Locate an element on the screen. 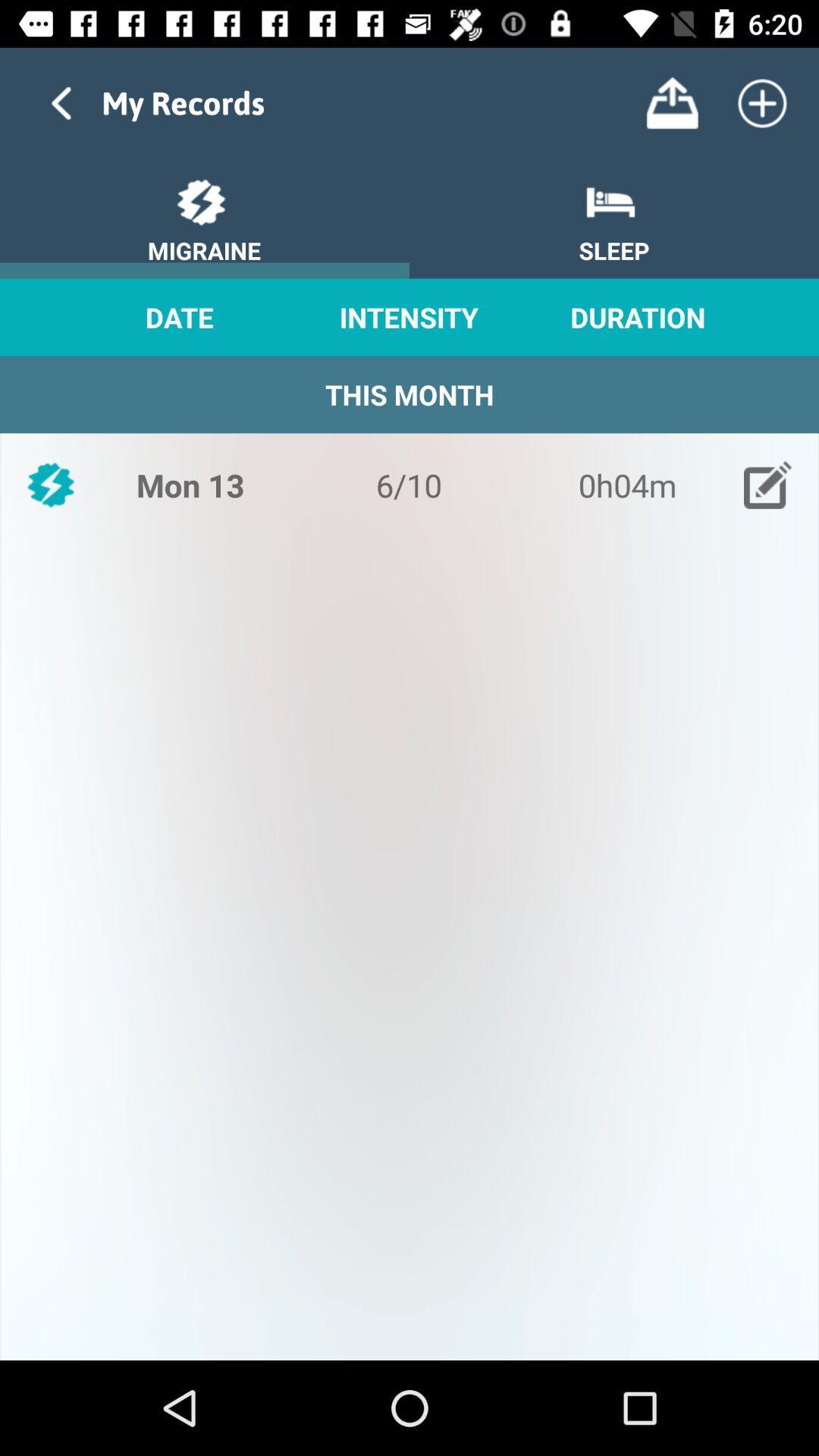 Image resolution: width=819 pixels, height=1456 pixels. the icon to the right of my records icon is located at coordinates (671, 102).